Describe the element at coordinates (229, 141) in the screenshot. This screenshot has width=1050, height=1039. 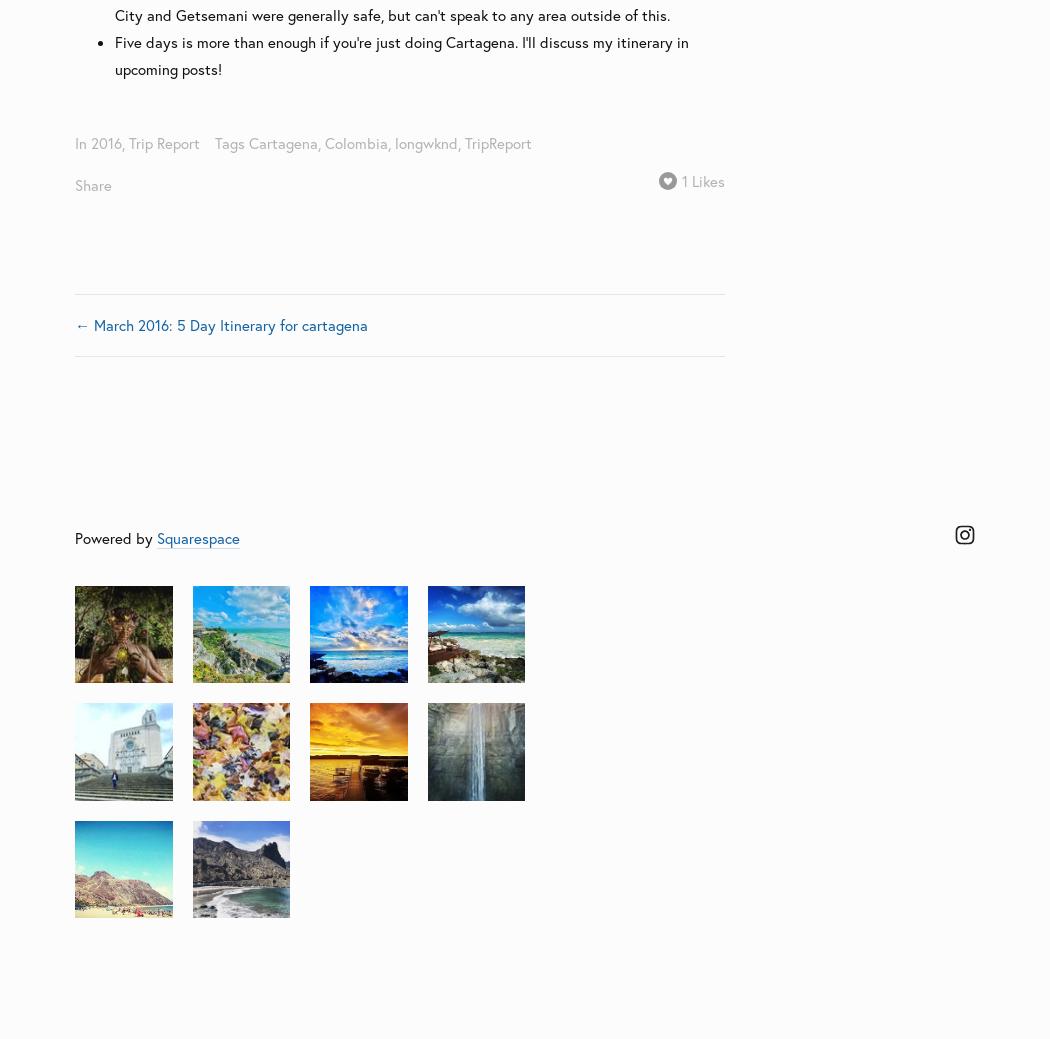
I see `'Tags'` at that location.